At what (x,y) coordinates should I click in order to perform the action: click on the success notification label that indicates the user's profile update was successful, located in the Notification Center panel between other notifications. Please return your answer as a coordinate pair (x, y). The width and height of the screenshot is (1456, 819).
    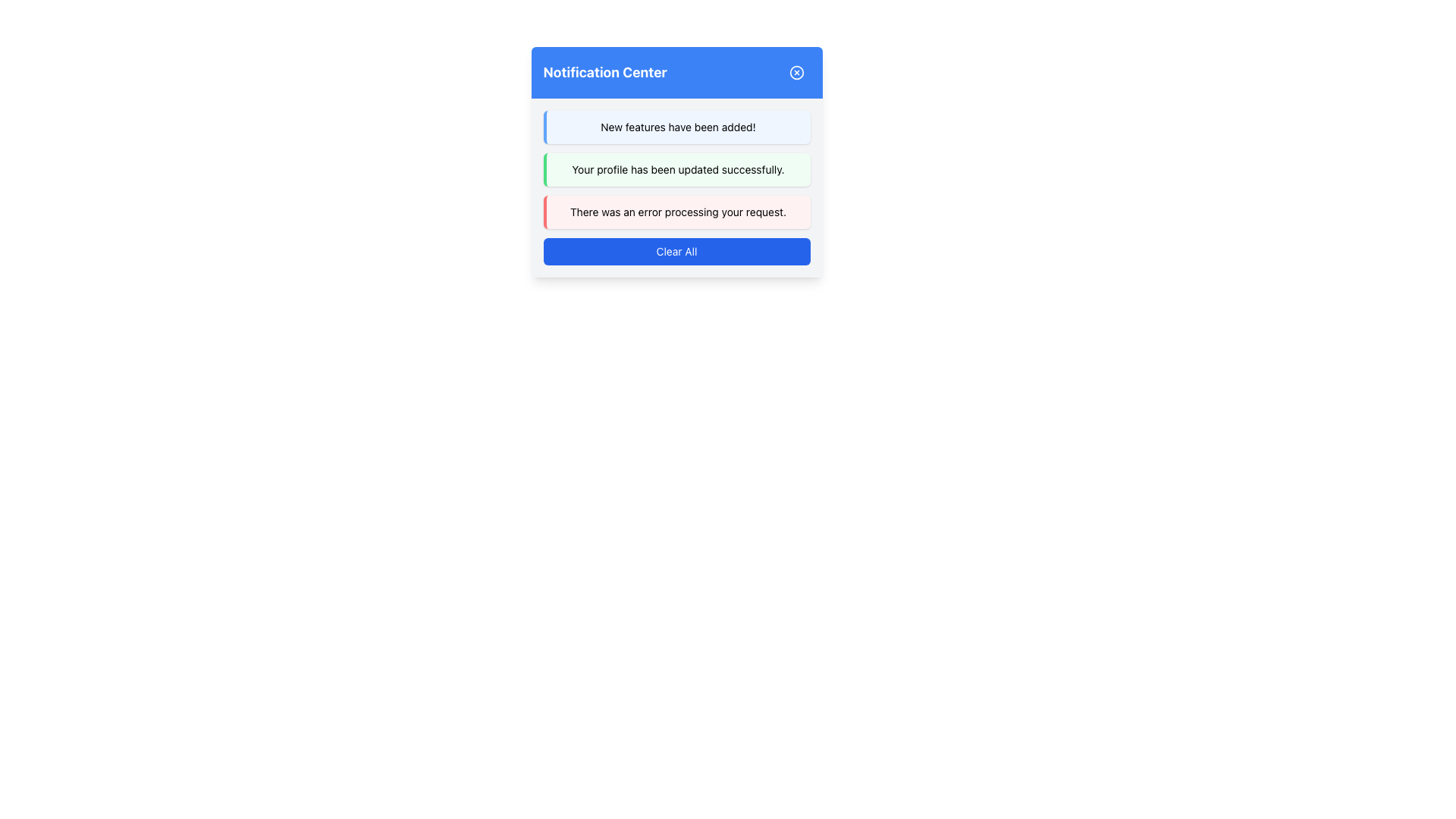
    Looking at the image, I should click on (677, 169).